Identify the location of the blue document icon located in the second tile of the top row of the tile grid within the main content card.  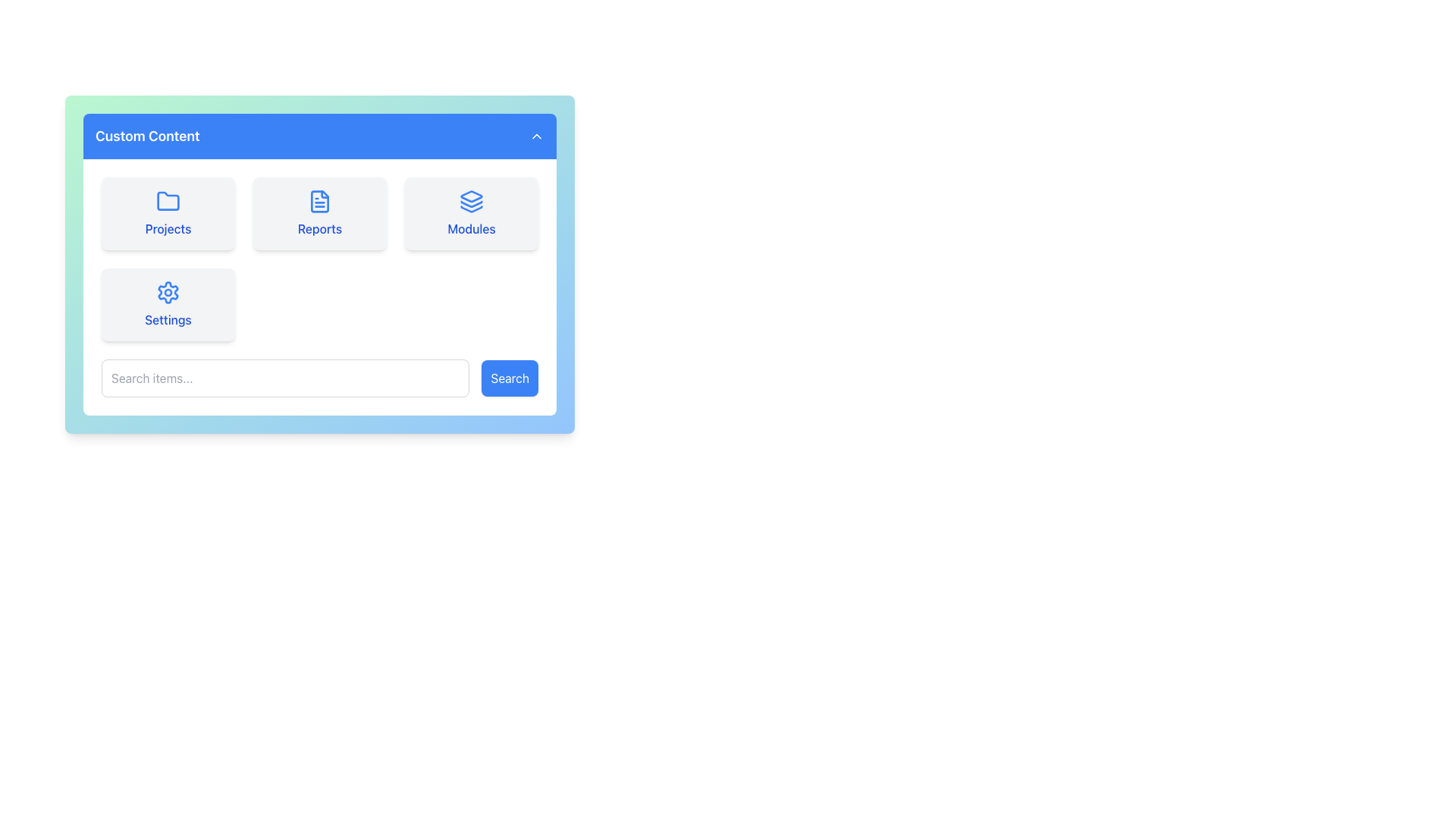
(319, 201).